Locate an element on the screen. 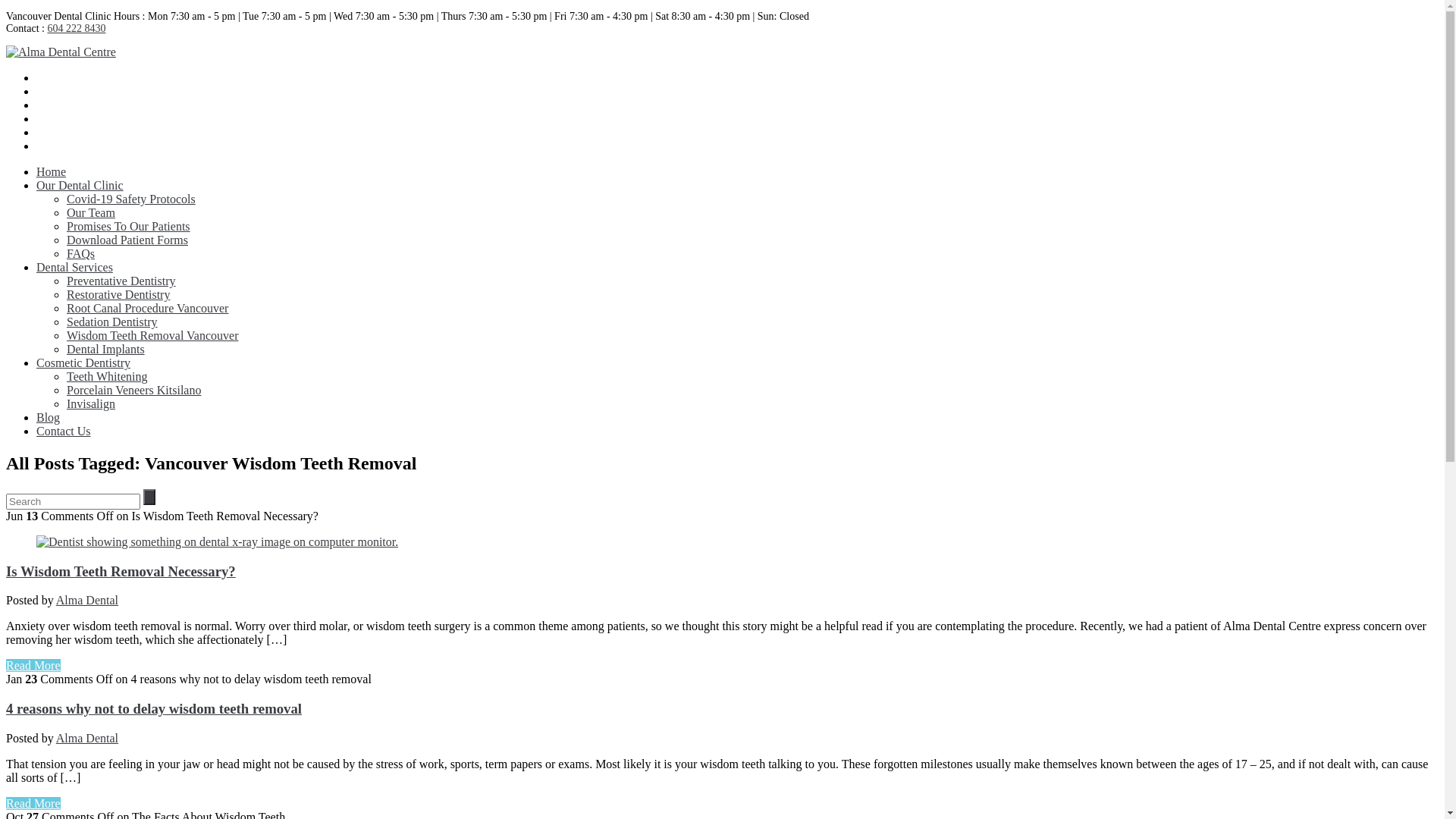 This screenshot has height=819, width=1456. 'FAQs' is located at coordinates (80, 253).